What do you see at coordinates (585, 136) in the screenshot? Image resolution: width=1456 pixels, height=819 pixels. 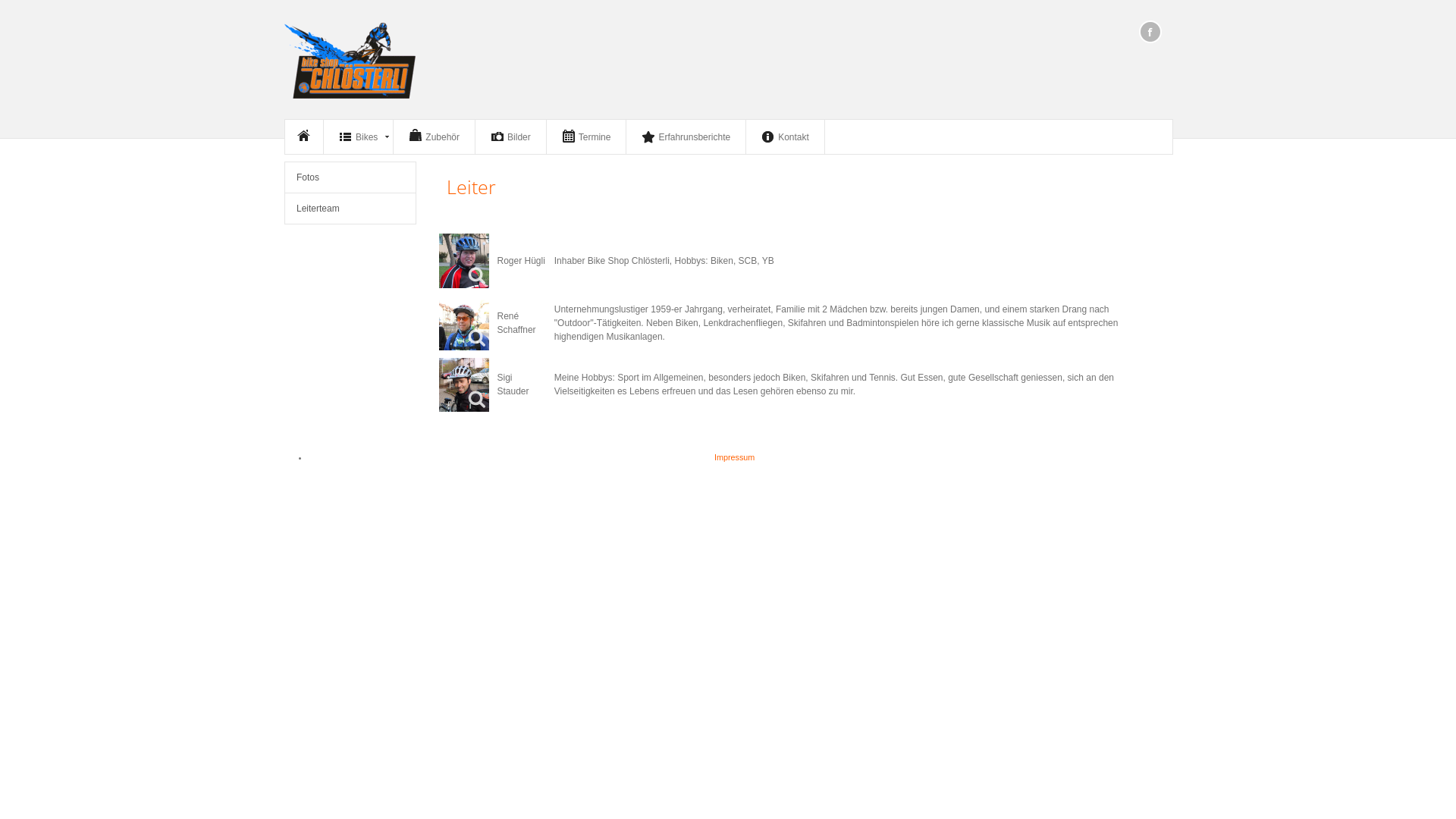 I see `'Termine'` at bounding box center [585, 136].